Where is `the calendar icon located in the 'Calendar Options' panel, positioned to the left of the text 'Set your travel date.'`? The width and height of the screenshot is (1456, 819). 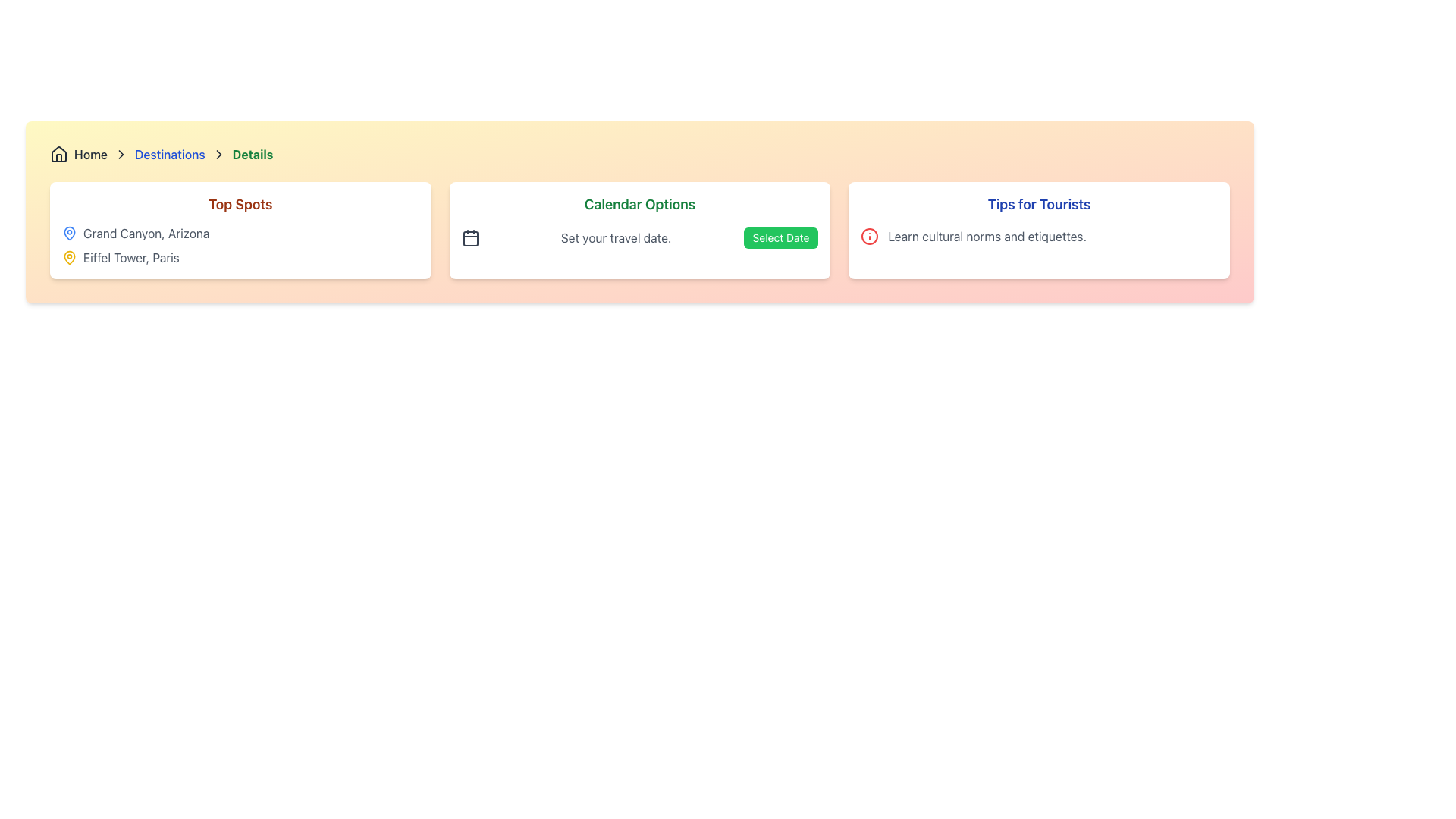 the calendar icon located in the 'Calendar Options' panel, positioned to the left of the text 'Set your travel date.' is located at coordinates (469, 239).